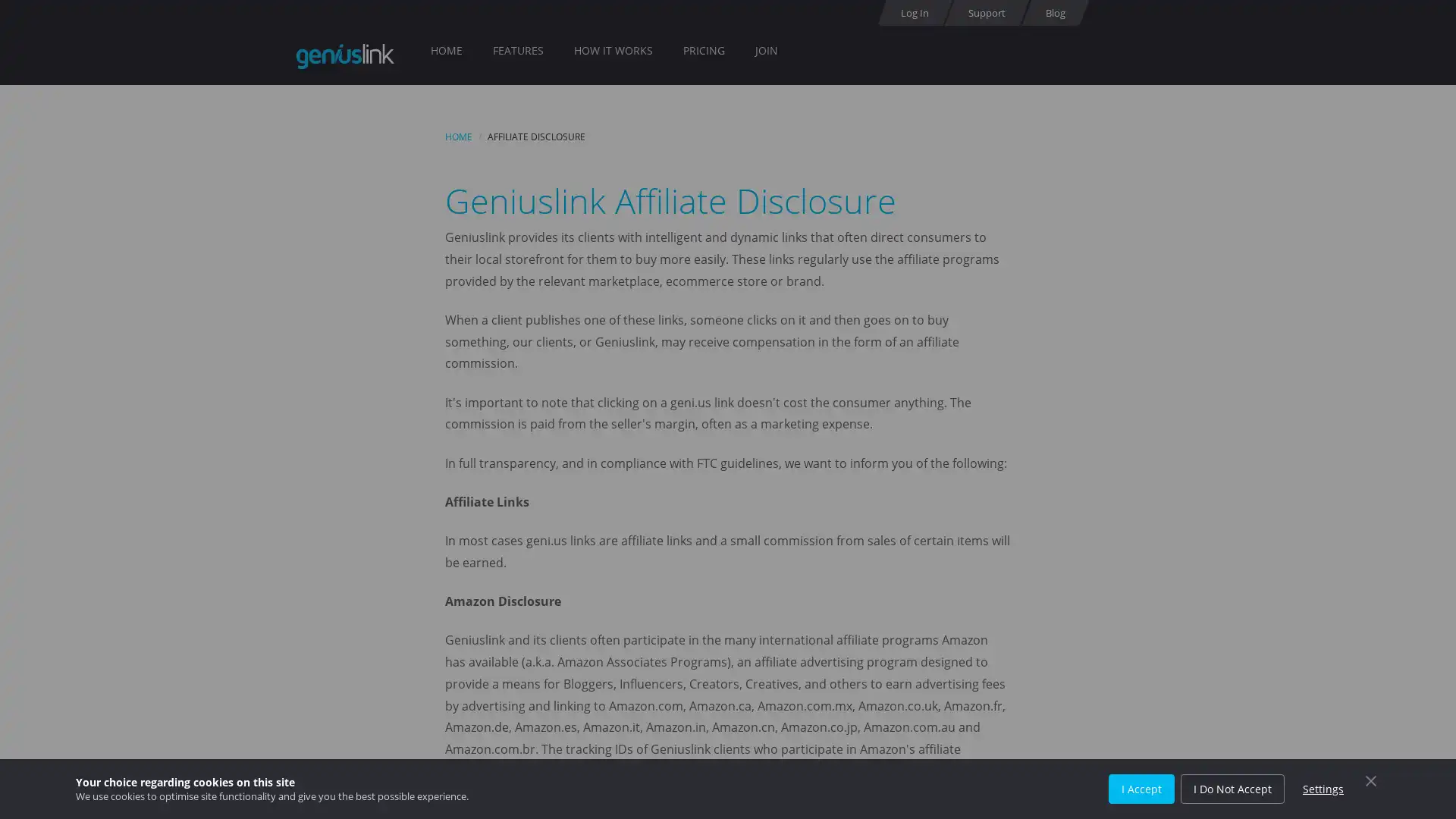 This screenshot has height=819, width=1456. Describe the element at coordinates (1232, 788) in the screenshot. I see `I Do Not Accept` at that location.